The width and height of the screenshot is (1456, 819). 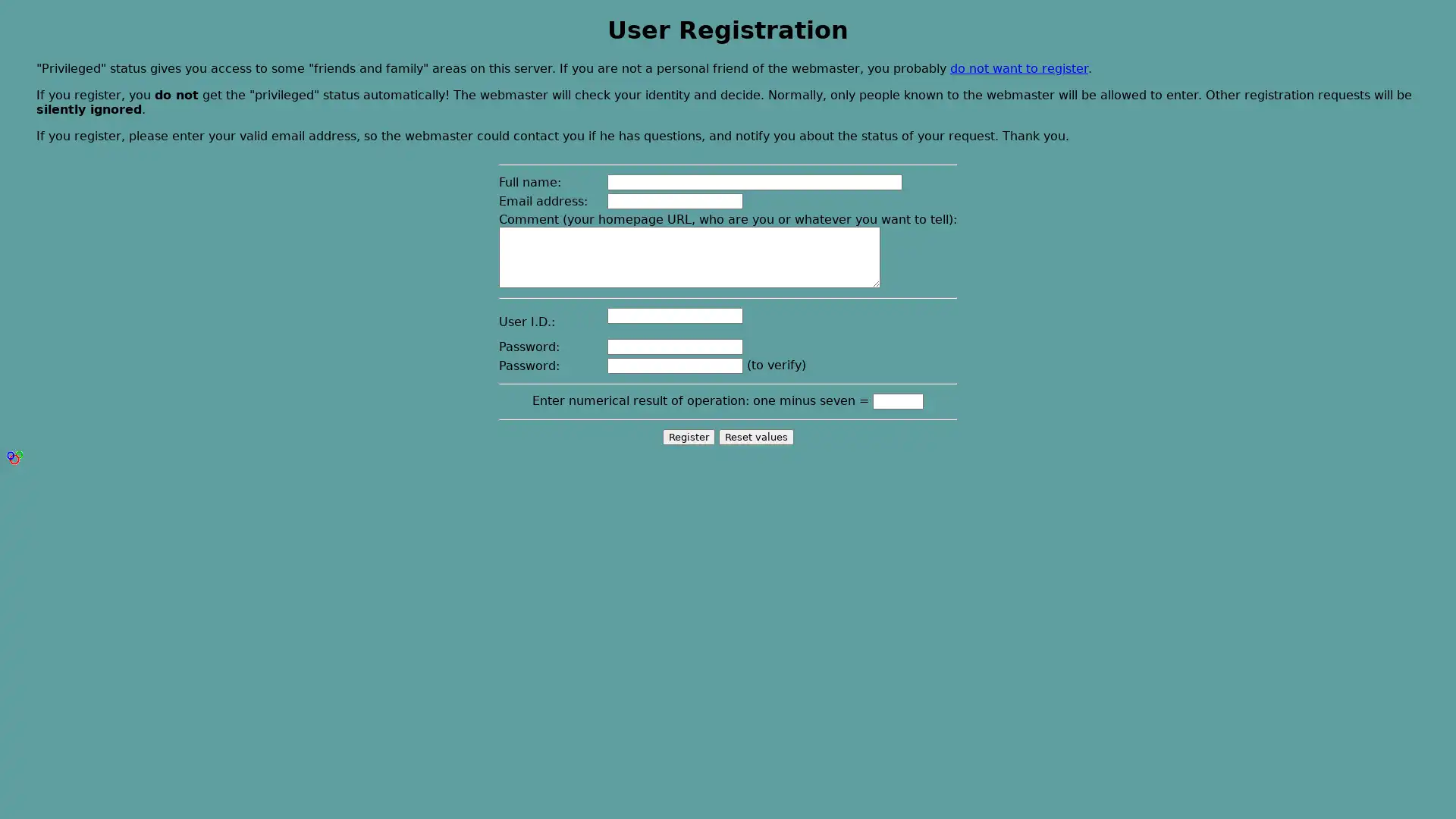 I want to click on Reset values, so click(x=755, y=436).